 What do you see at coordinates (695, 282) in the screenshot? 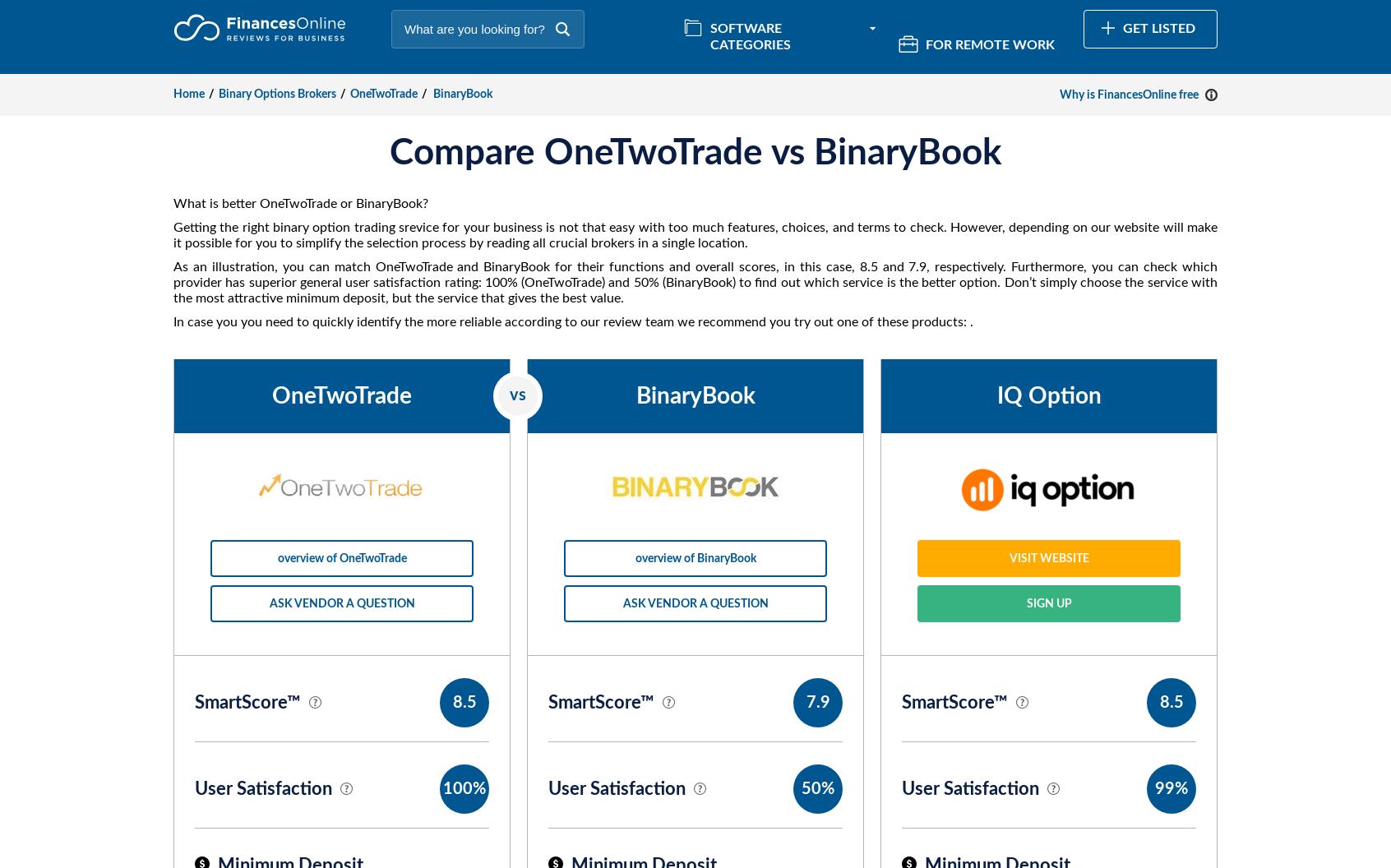
I see `'As an illustration, you can match OneTwoTrade and BinaryBook for their functions and overall scores, in this case, 8.5 and 7.9, respectively. Furthermore, you can check which provider has superior general user satisfaction rating: 100% (OneTwoTrade) and 50% (BinaryBook) to find out which service is the better option. Don’t simply choose the service with the most attractive minimum deposit, but the service that gives the best value.'` at bounding box center [695, 282].